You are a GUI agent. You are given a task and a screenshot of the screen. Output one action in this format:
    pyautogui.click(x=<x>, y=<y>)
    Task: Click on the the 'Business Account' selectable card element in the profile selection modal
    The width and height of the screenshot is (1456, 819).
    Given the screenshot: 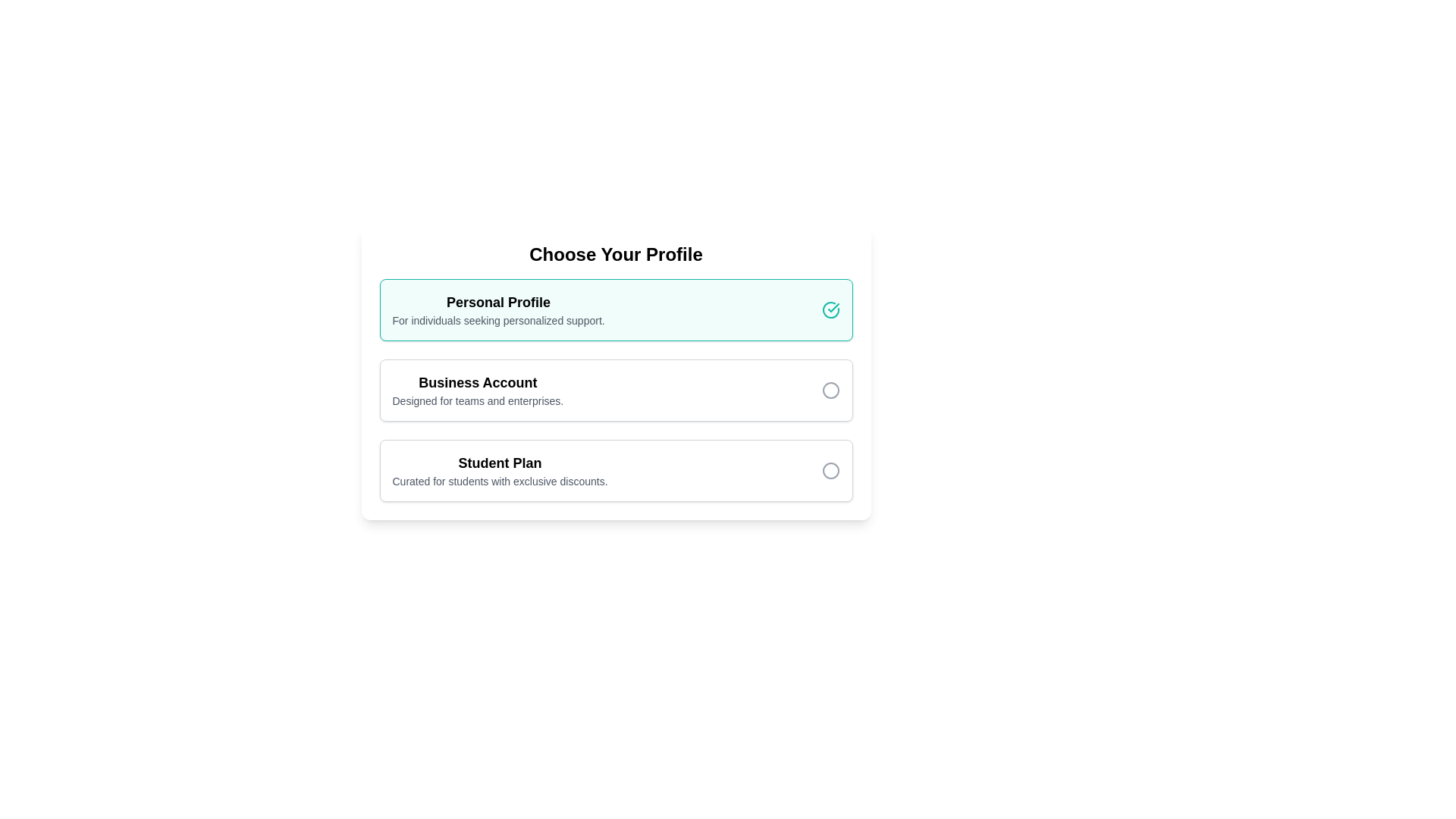 What is the action you would take?
    pyautogui.click(x=616, y=384)
    